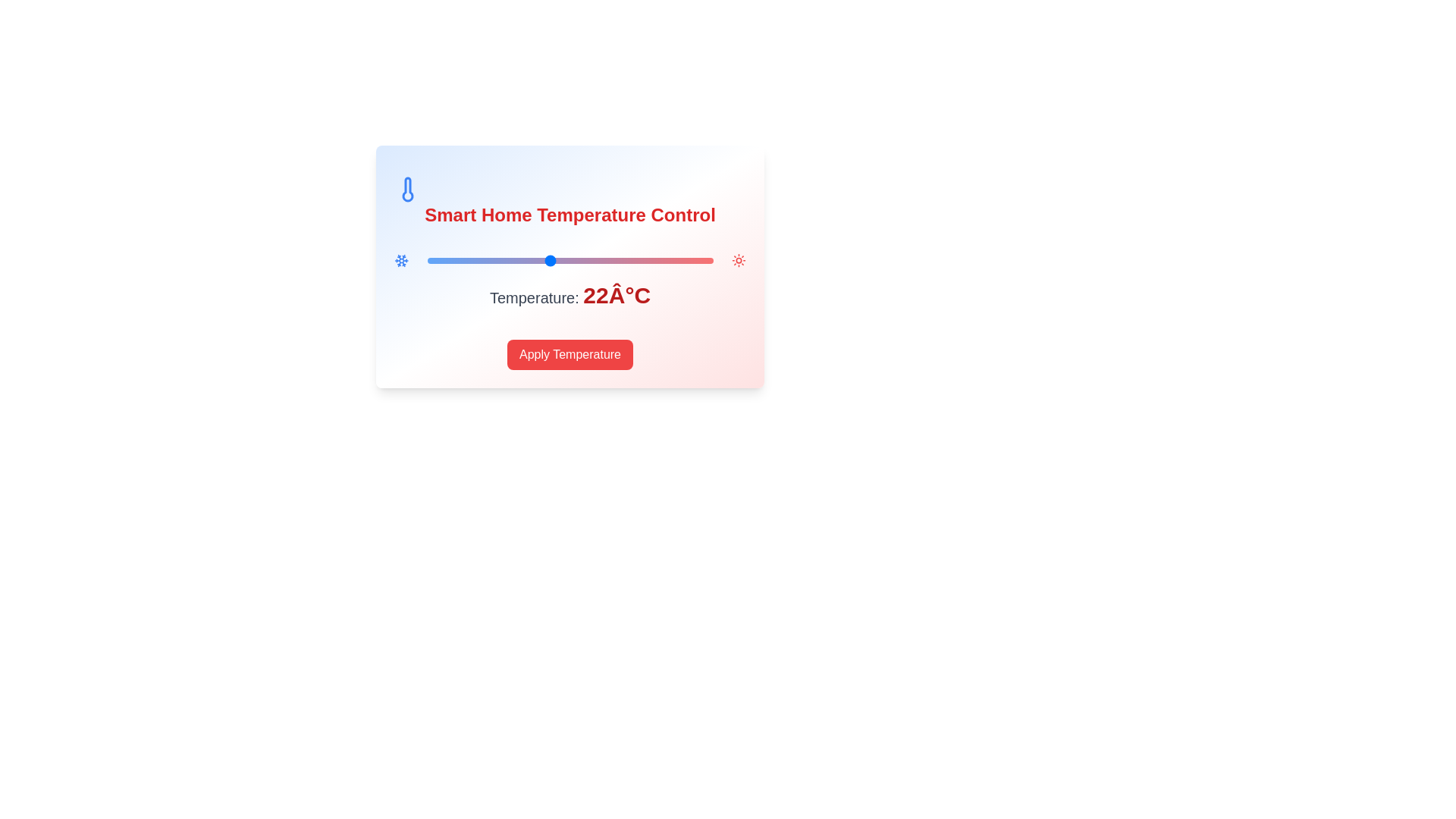 This screenshot has width=1456, height=819. Describe the element at coordinates (407, 189) in the screenshot. I see `the thermometer icon to display its tooltip` at that location.